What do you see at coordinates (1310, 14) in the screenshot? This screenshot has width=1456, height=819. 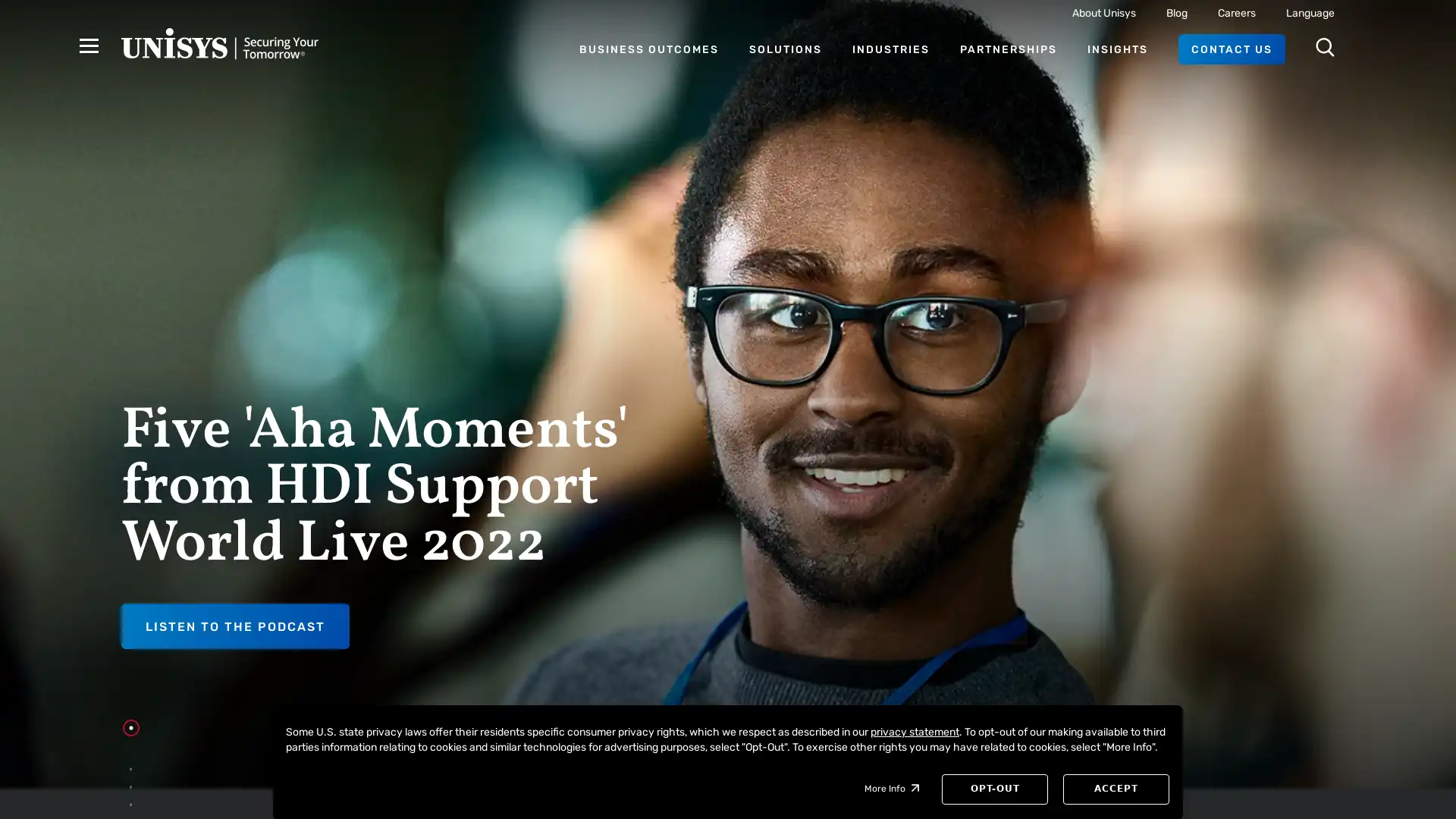 I see `Language` at bounding box center [1310, 14].